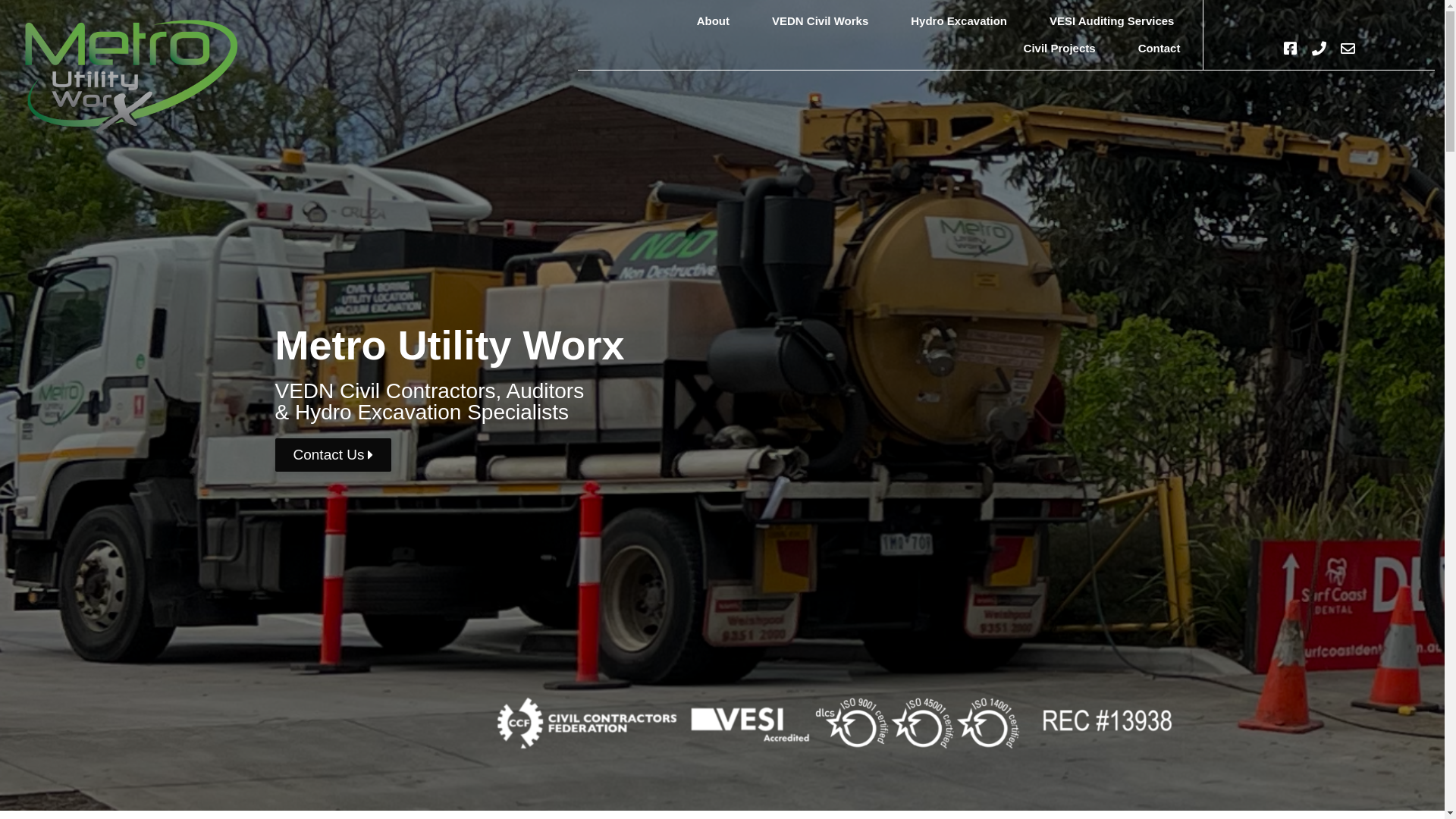  Describe the element at coordinates (819, 20) in the screenshot. I see `'VEDN Civil Works'` at that location.